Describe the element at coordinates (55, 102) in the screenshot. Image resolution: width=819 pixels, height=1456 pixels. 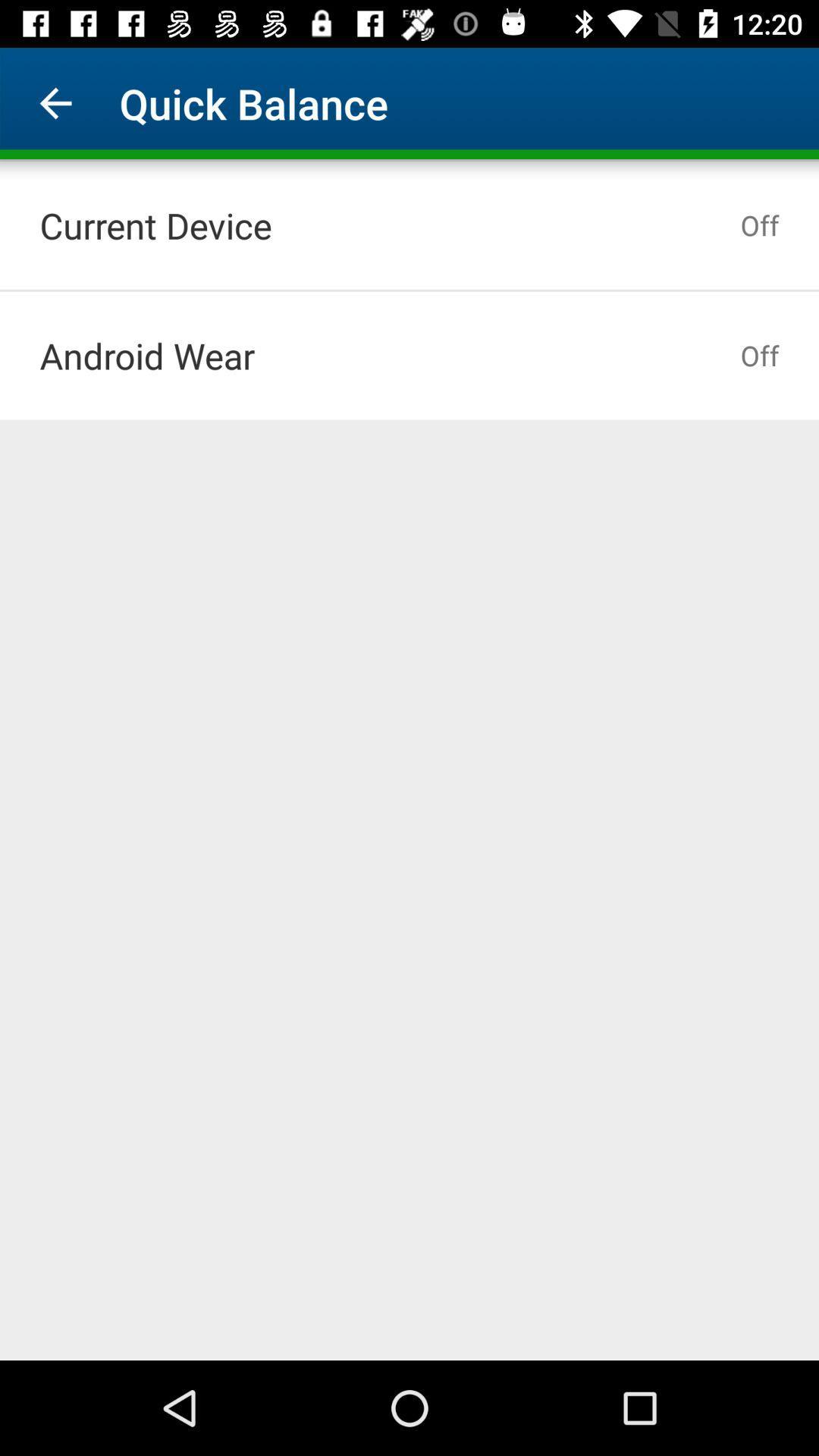
I see `the app next to quick balance app` at that location.